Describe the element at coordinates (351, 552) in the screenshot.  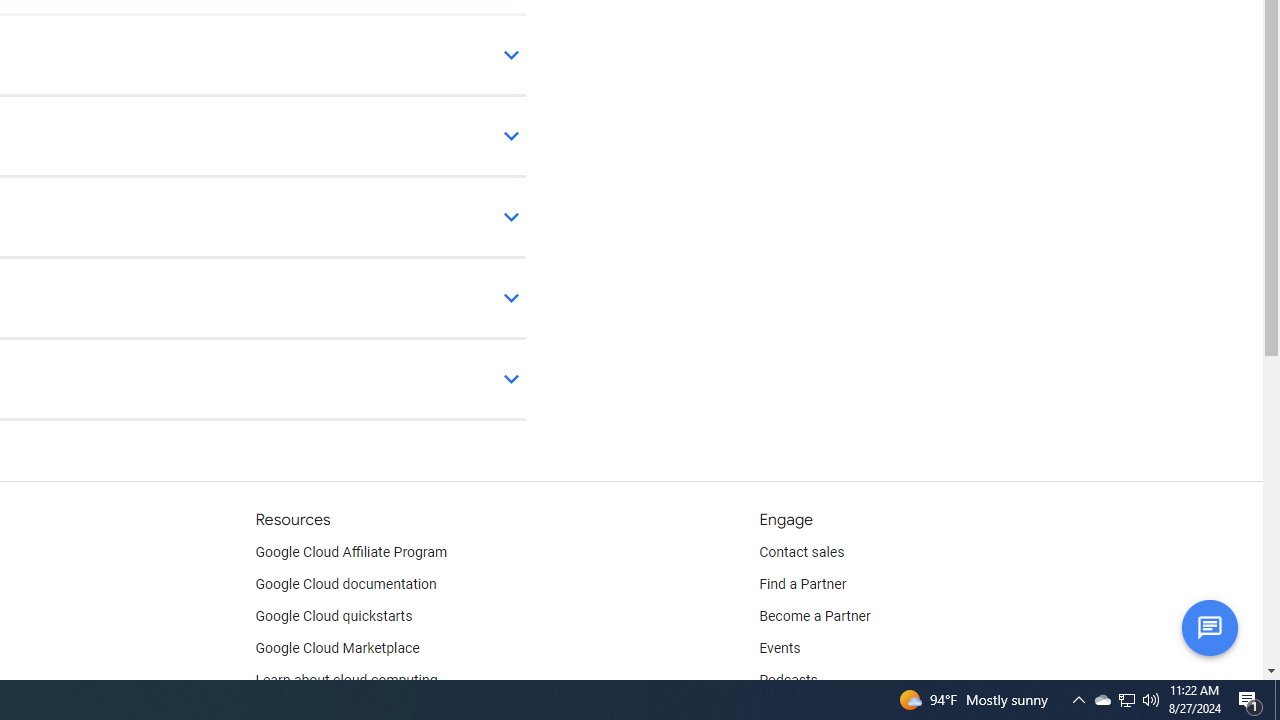
I see `'Google Cloud Affiliate Program'` at that location.